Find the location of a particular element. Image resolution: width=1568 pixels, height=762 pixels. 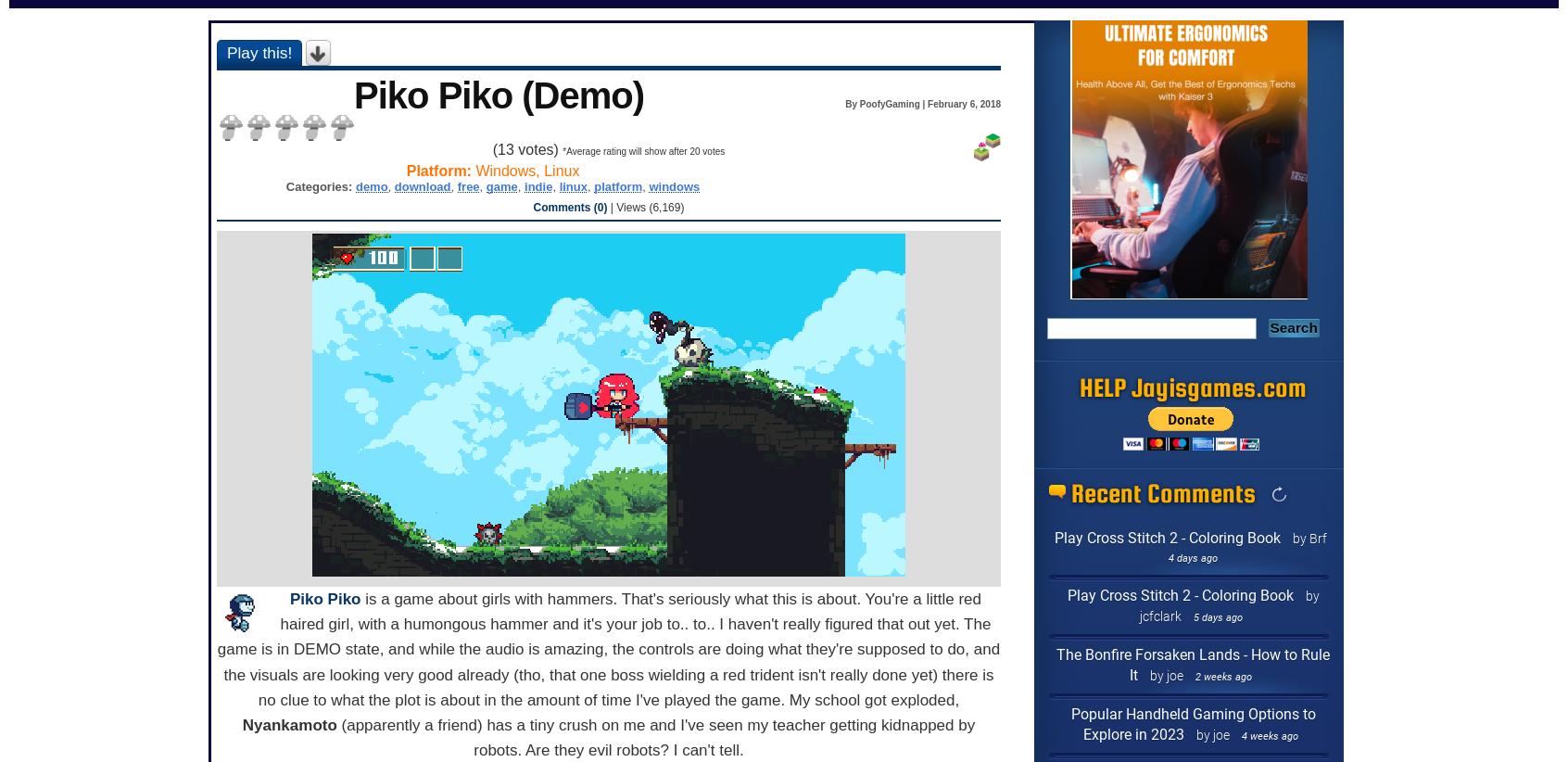

'(apparently a friend) has a tiny crush on me and I've seen my teacher getting kidnapped by robots. Are they evil robots? I can't tell.' is located at coordinates (654, 738).